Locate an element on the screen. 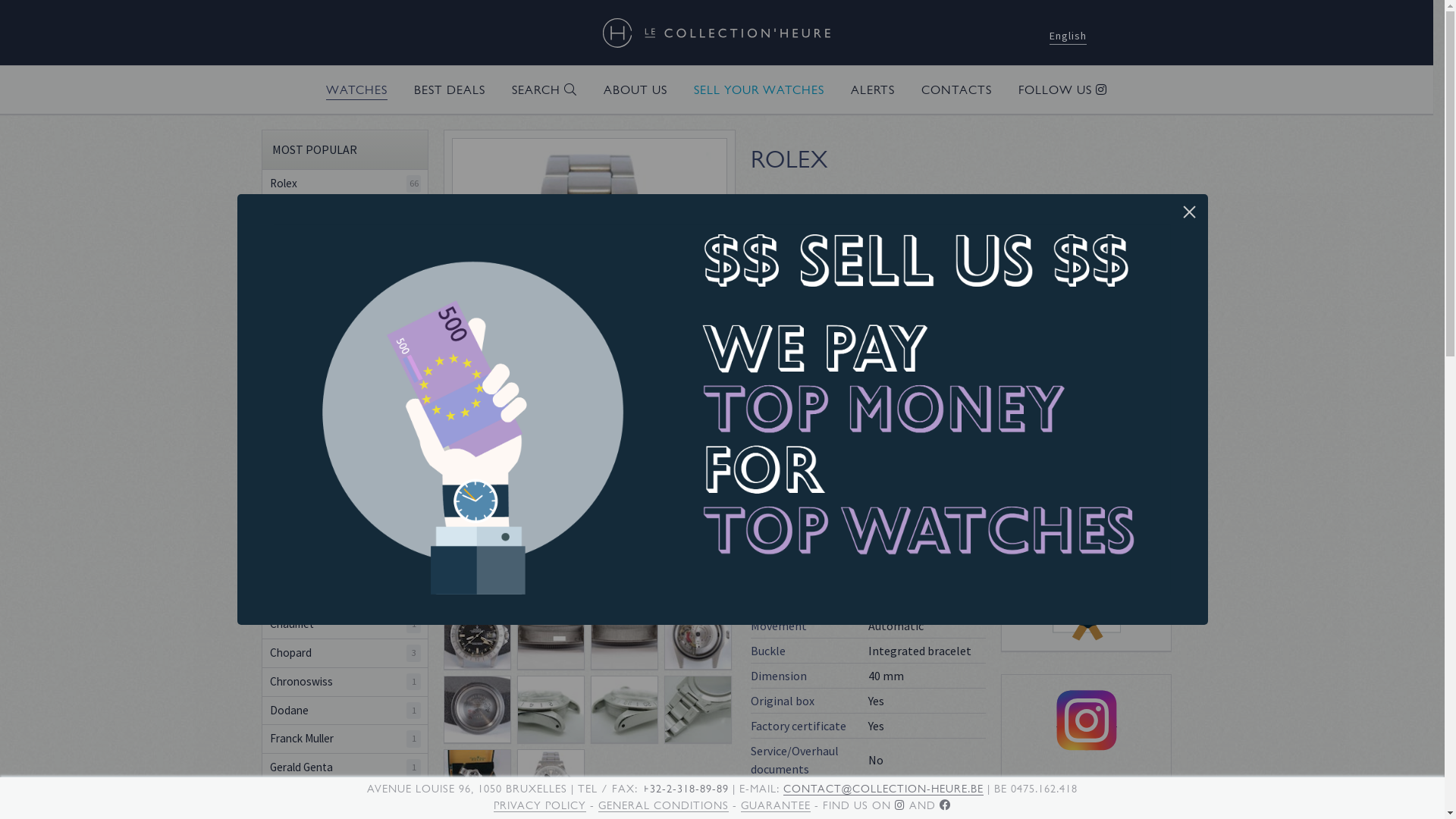 This screenshot has height=819, width=1456. 'Chaumet is located at coordinates (344, 624).